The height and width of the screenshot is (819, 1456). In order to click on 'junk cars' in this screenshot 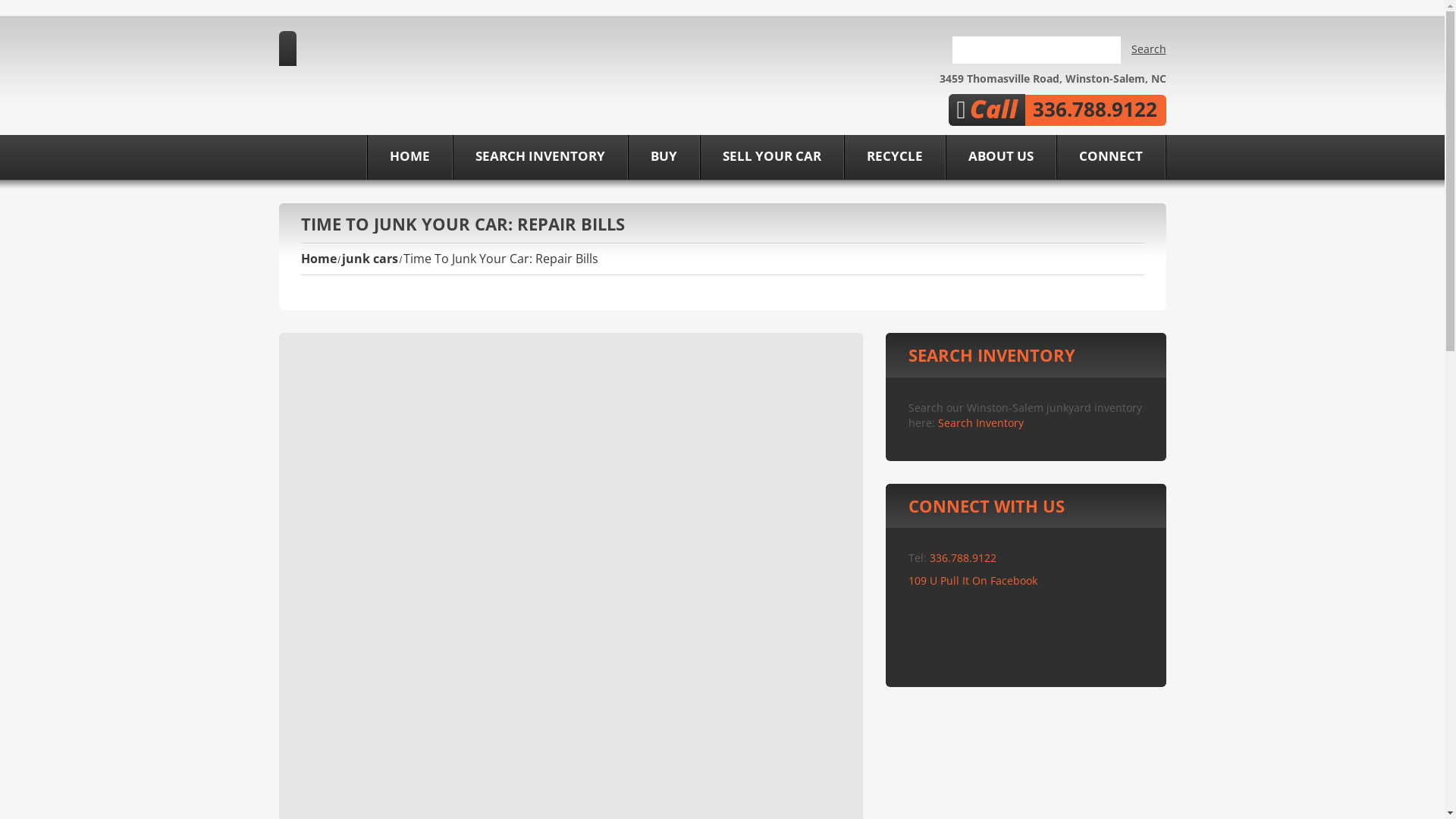, I will do `click(341, 257)`.